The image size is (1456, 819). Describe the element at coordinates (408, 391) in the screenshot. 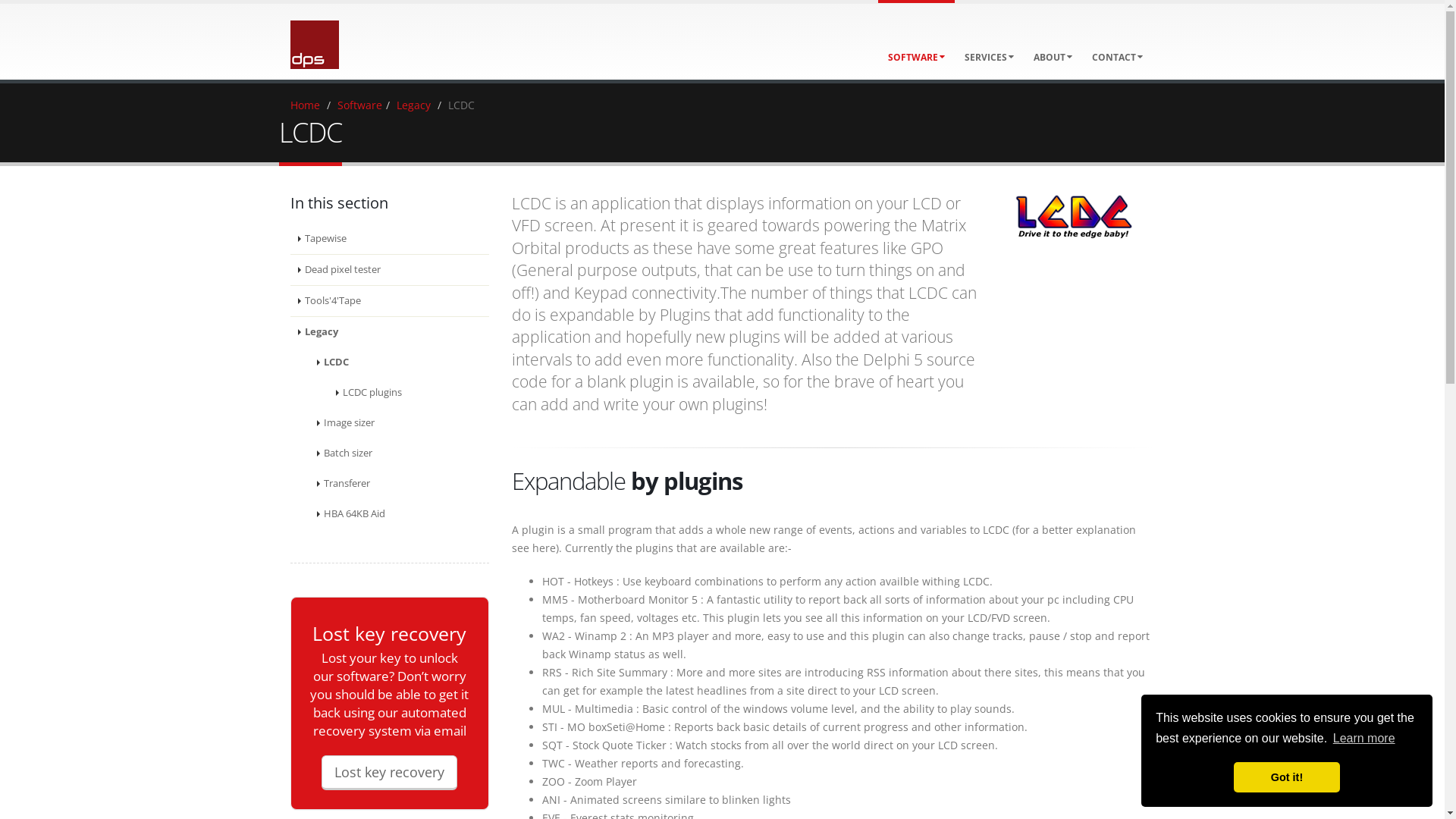

I see `'LCDC plugins'` at that location.